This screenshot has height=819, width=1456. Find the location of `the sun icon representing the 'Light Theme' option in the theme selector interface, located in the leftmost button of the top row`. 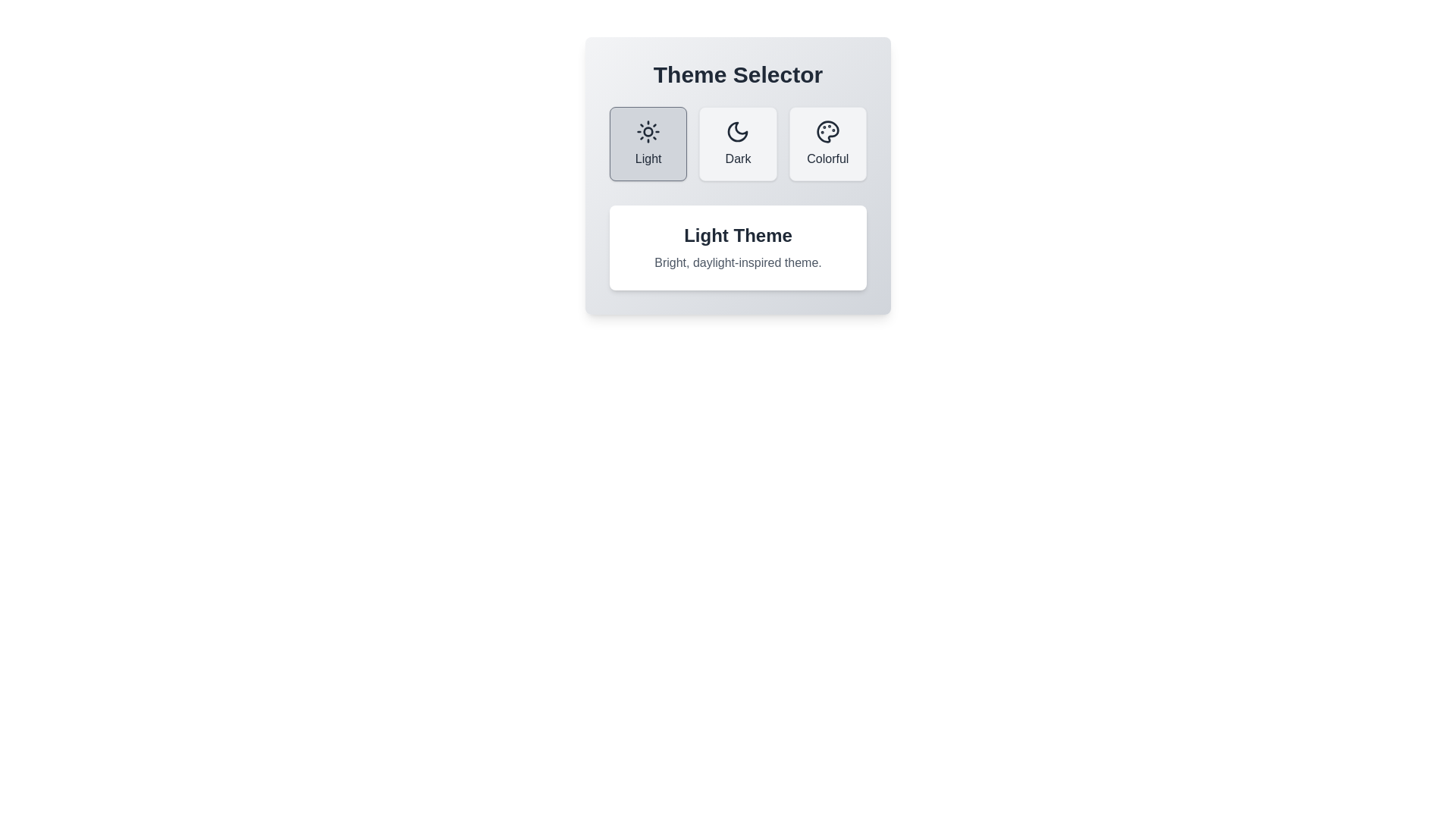

the sun icon representing the 'Light Theme' option in the theme selector interface, located in the leftmost button of the top row is located at coordinates (648, 130).